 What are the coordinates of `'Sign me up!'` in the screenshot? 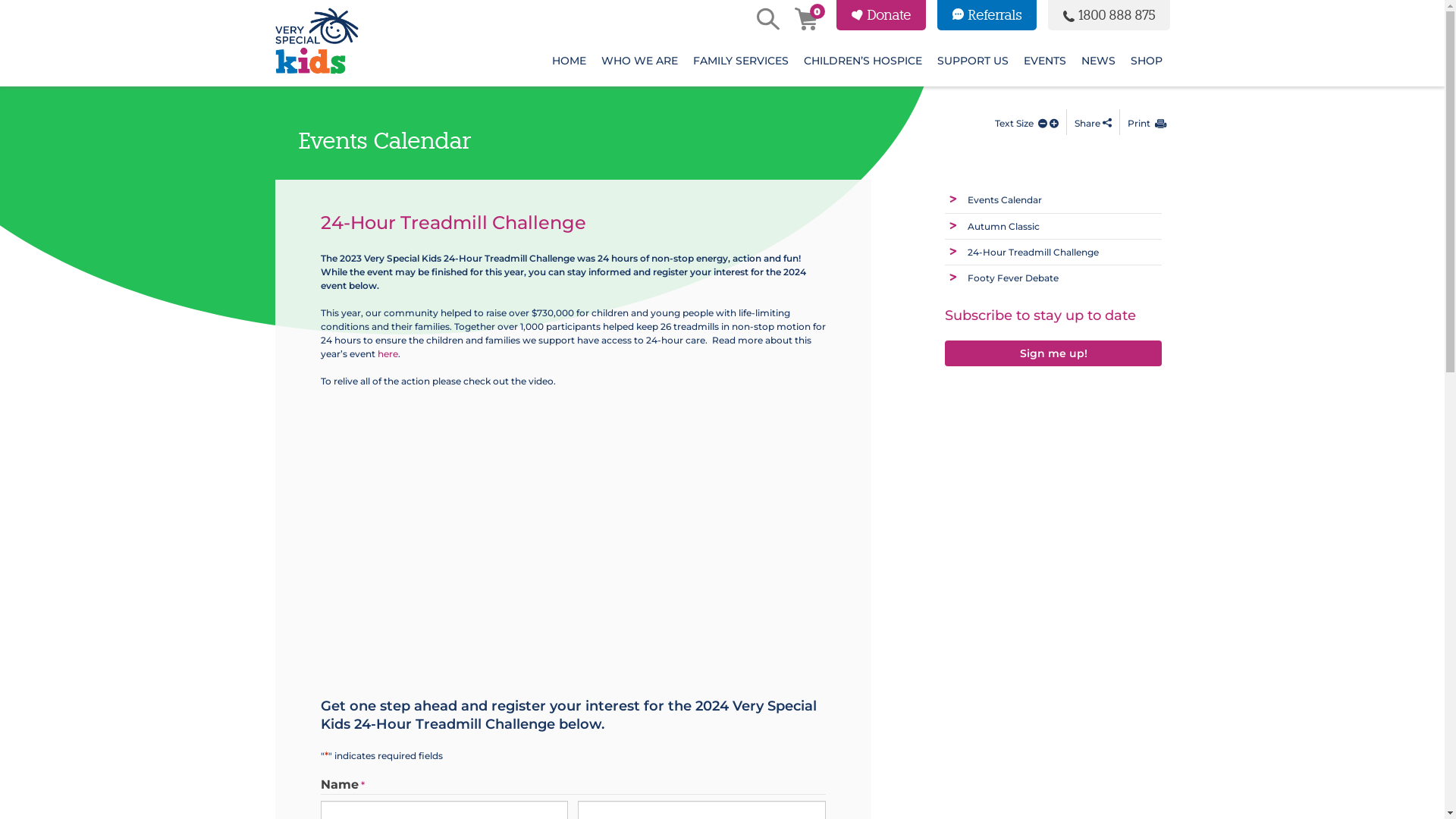 It's located at (1053, 352).